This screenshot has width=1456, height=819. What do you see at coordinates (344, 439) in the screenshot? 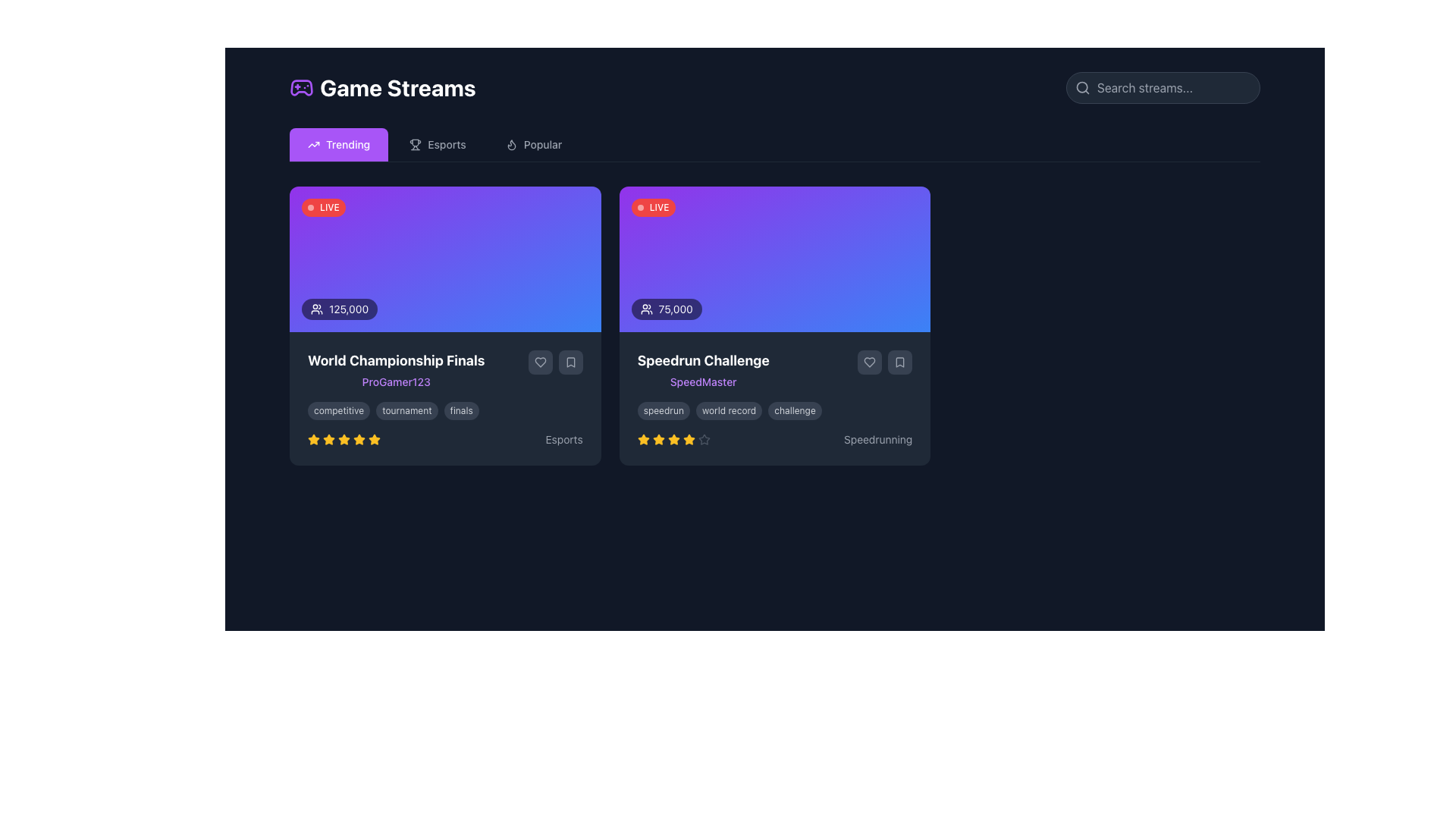
I see `the first golden-yellow star in the rating component below 'World Championship Finals' and 'ProGamer123' to interact with the rating system` at bounding box center [344, 439].